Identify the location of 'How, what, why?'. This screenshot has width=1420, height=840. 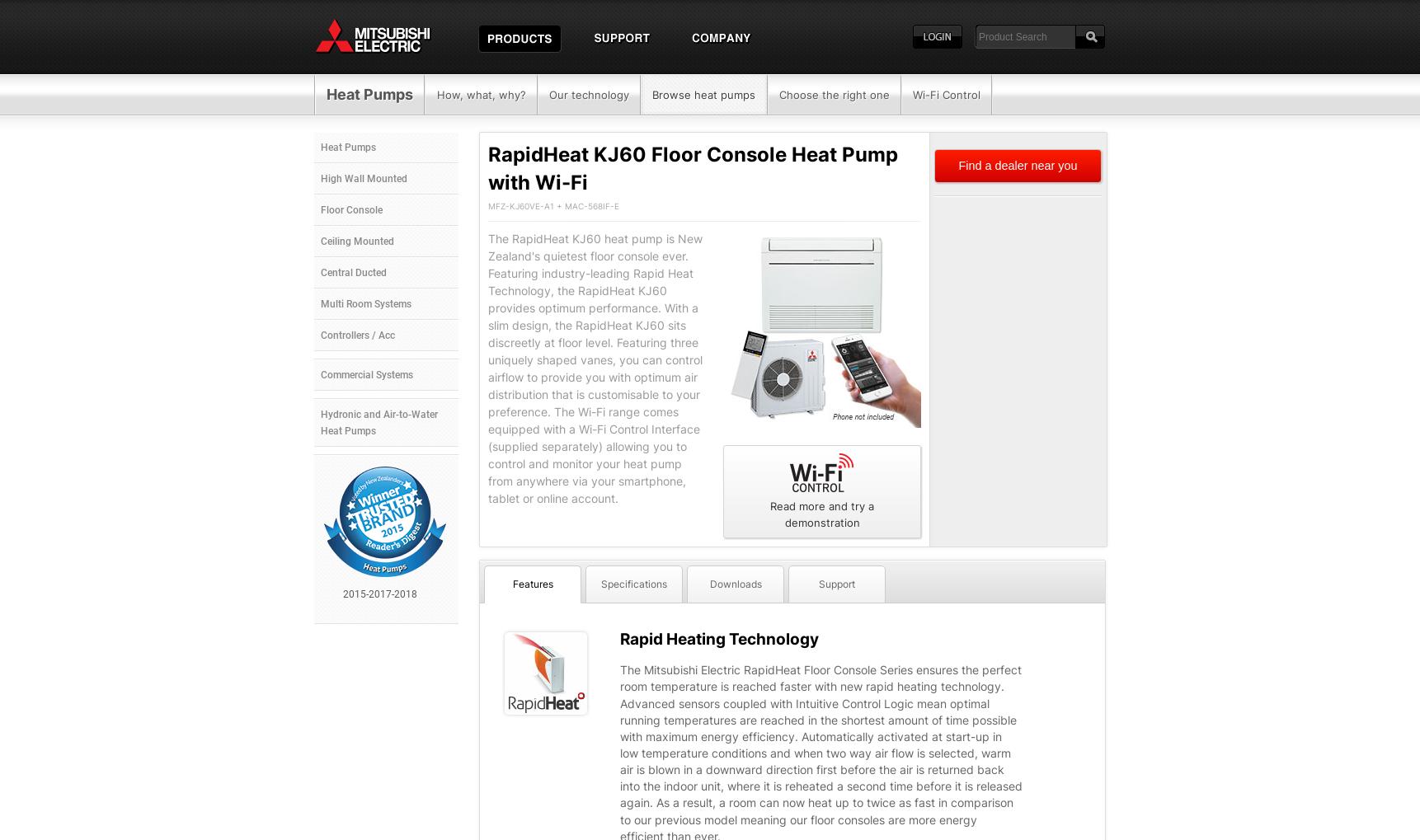
(480, 94).